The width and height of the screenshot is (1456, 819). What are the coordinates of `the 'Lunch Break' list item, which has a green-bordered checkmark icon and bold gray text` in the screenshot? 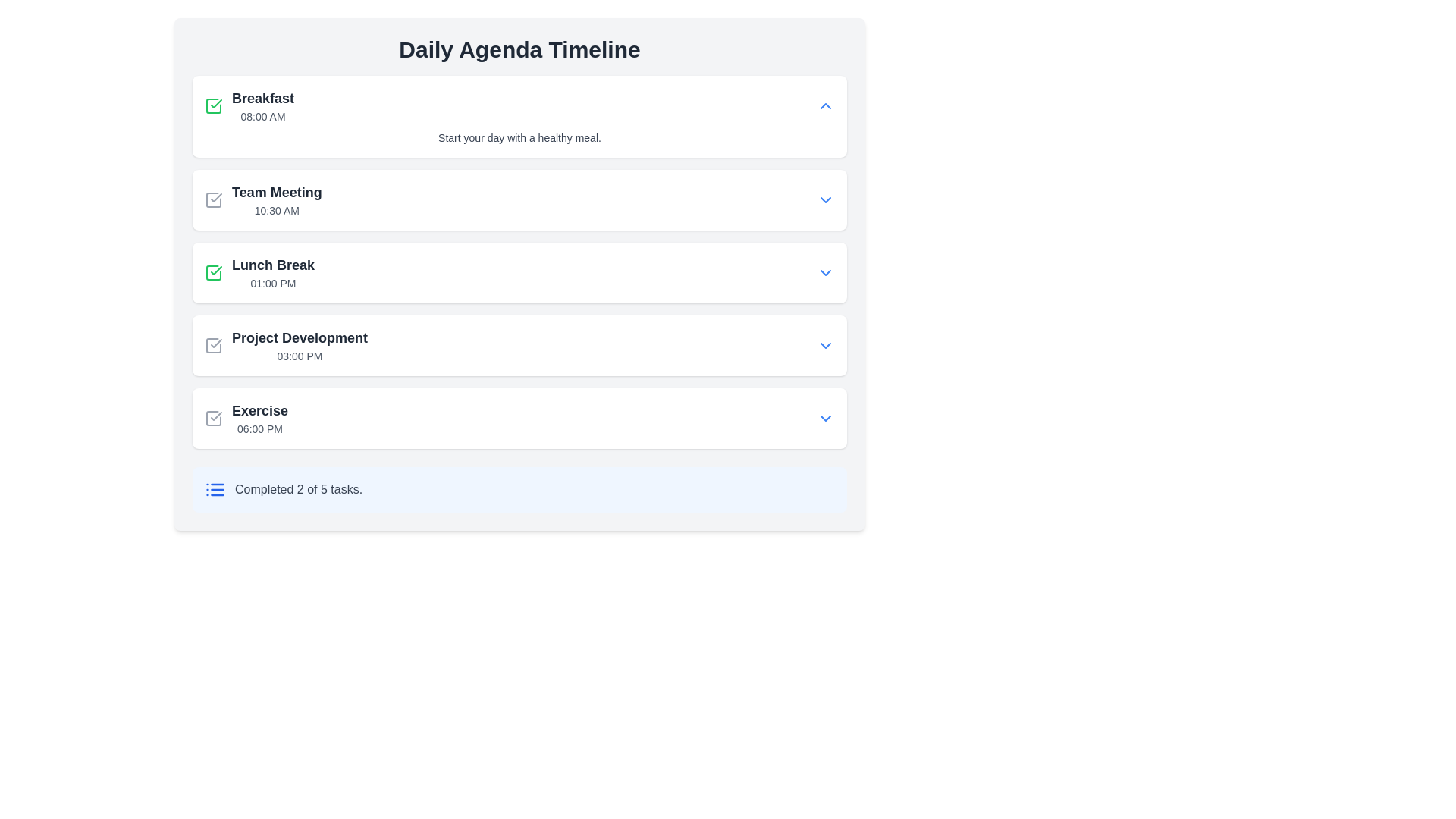 It's located at (259, 271).